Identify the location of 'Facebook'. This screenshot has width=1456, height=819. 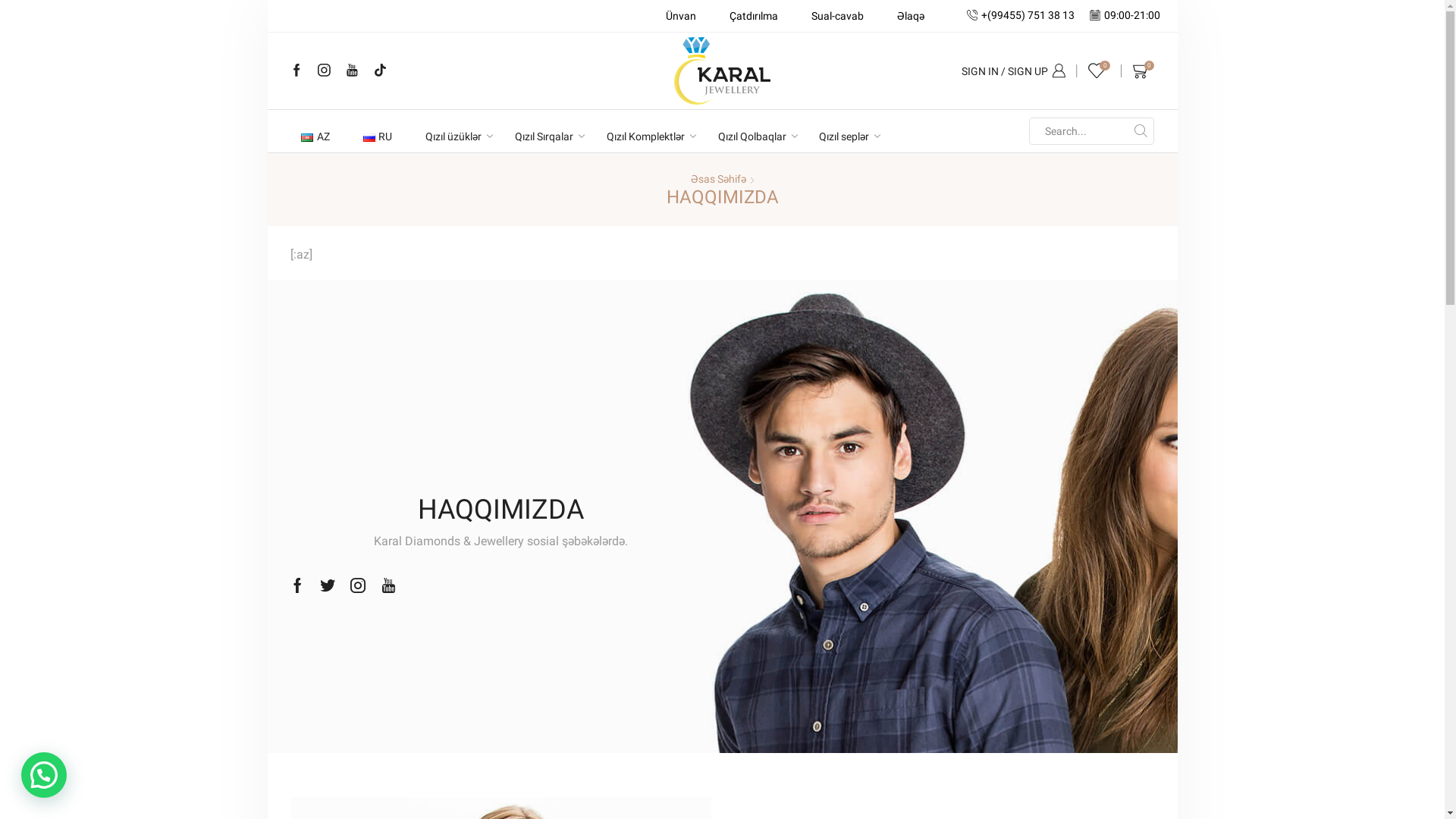
(297, 584).